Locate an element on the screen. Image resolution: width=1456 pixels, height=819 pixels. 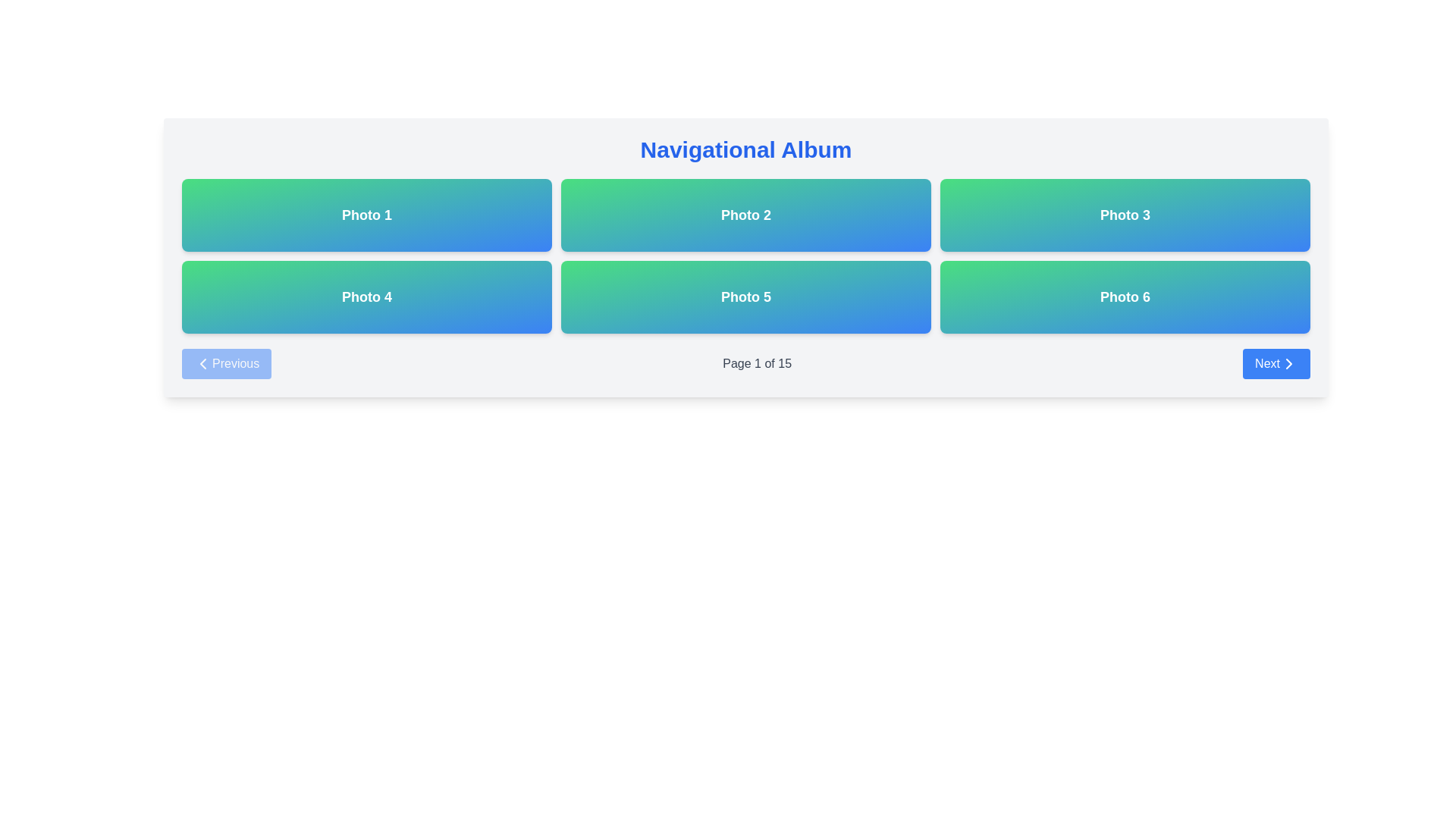
the left arrow SVG icon within the 'Previous' button at the bottom left of the interface is located at coordinates (202, 363).